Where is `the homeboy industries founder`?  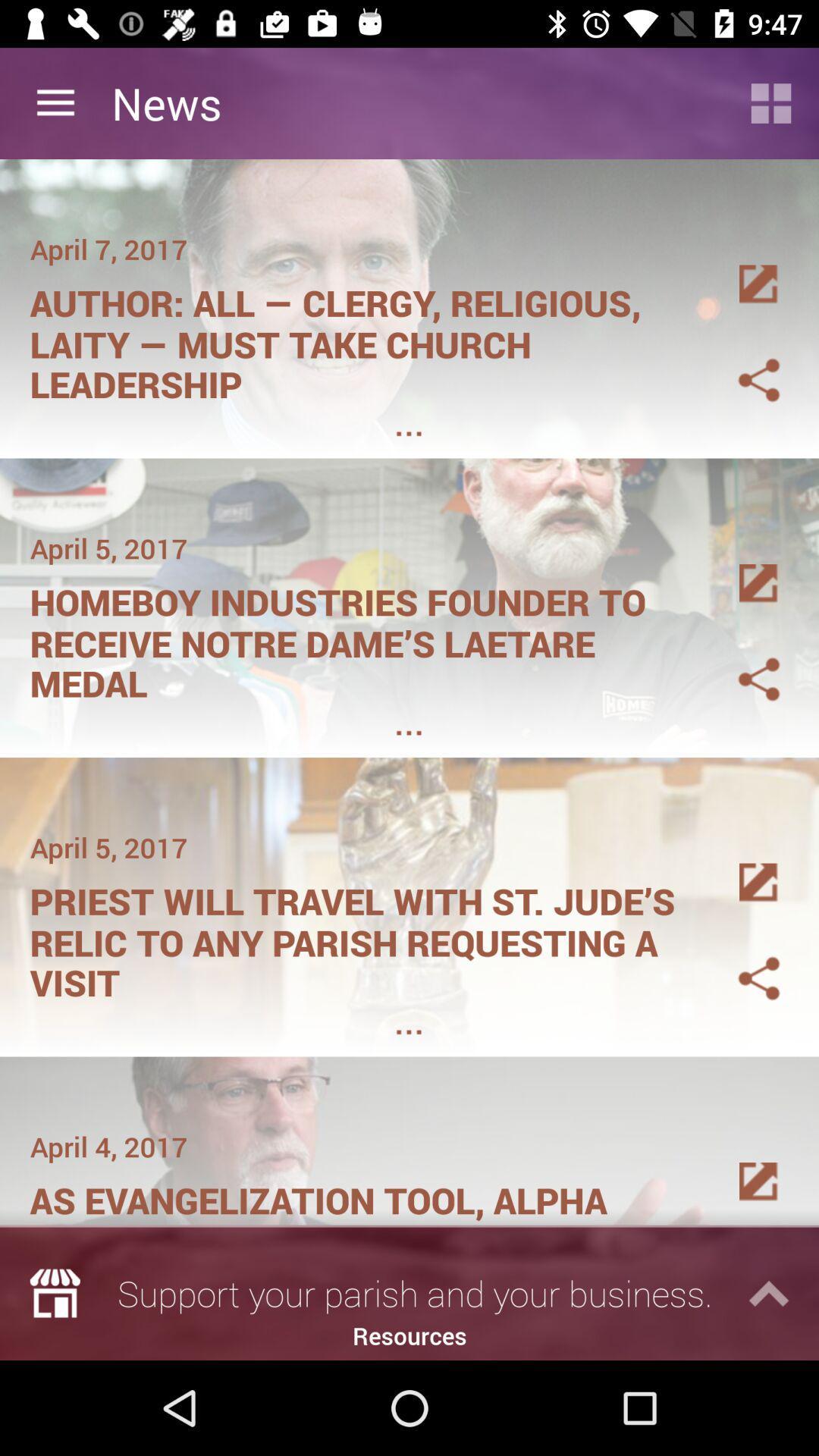
the homeboy industries founder is located at coordinates (362, 638).